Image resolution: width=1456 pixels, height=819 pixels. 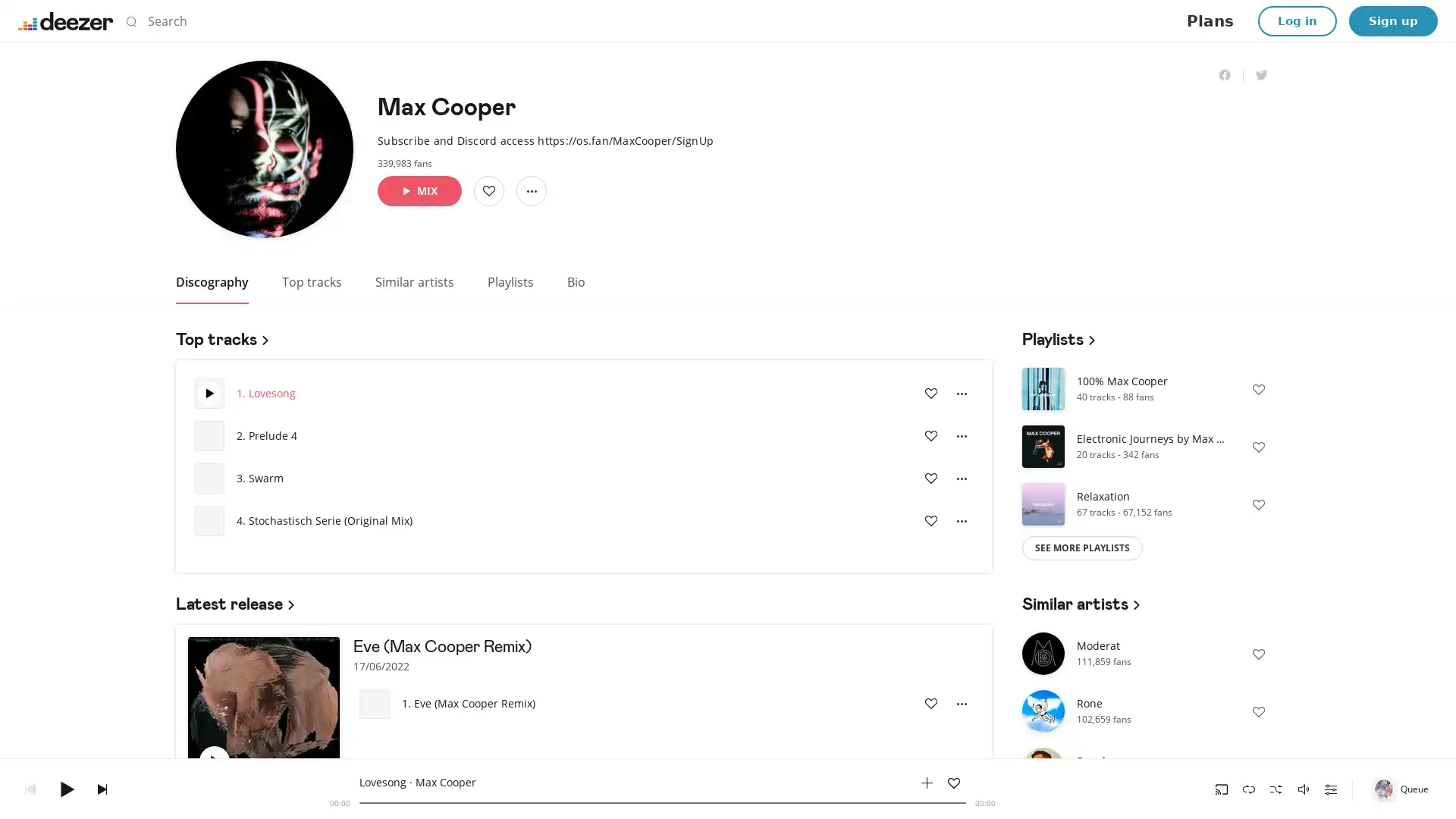 What do you see at coordinates (967, 20) in the screenshot?
I see `Clear` at bounding box center [967, 20].